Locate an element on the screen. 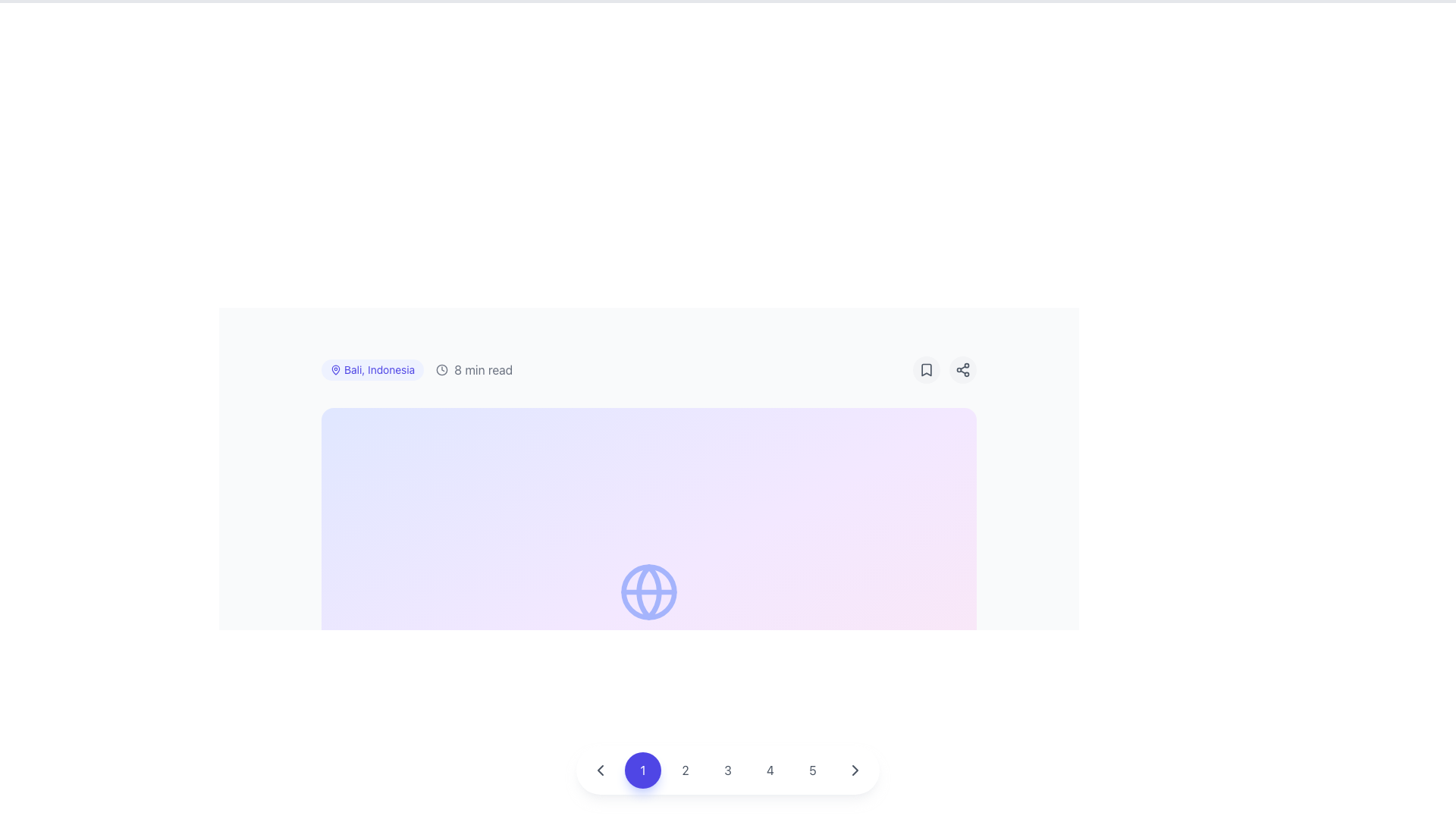 This screenshot has height=819, width=1456. the bookmark icon button, which is outlined and located in the top-right corner of the content frame is located at coordinates (926, 370).